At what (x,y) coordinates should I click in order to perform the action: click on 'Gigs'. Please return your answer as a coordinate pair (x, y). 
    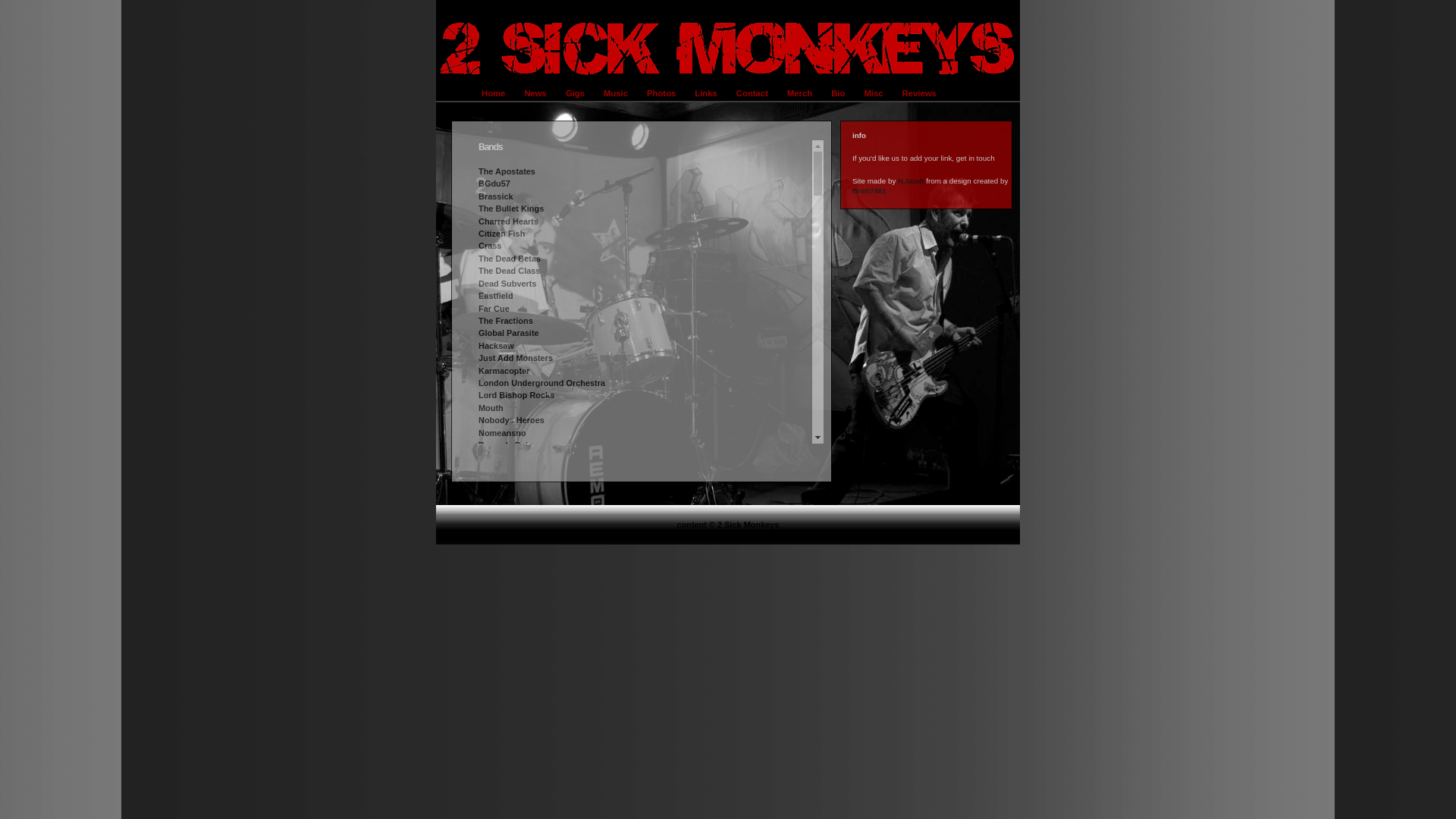
    Looking at the image, I should click on (576, 93).